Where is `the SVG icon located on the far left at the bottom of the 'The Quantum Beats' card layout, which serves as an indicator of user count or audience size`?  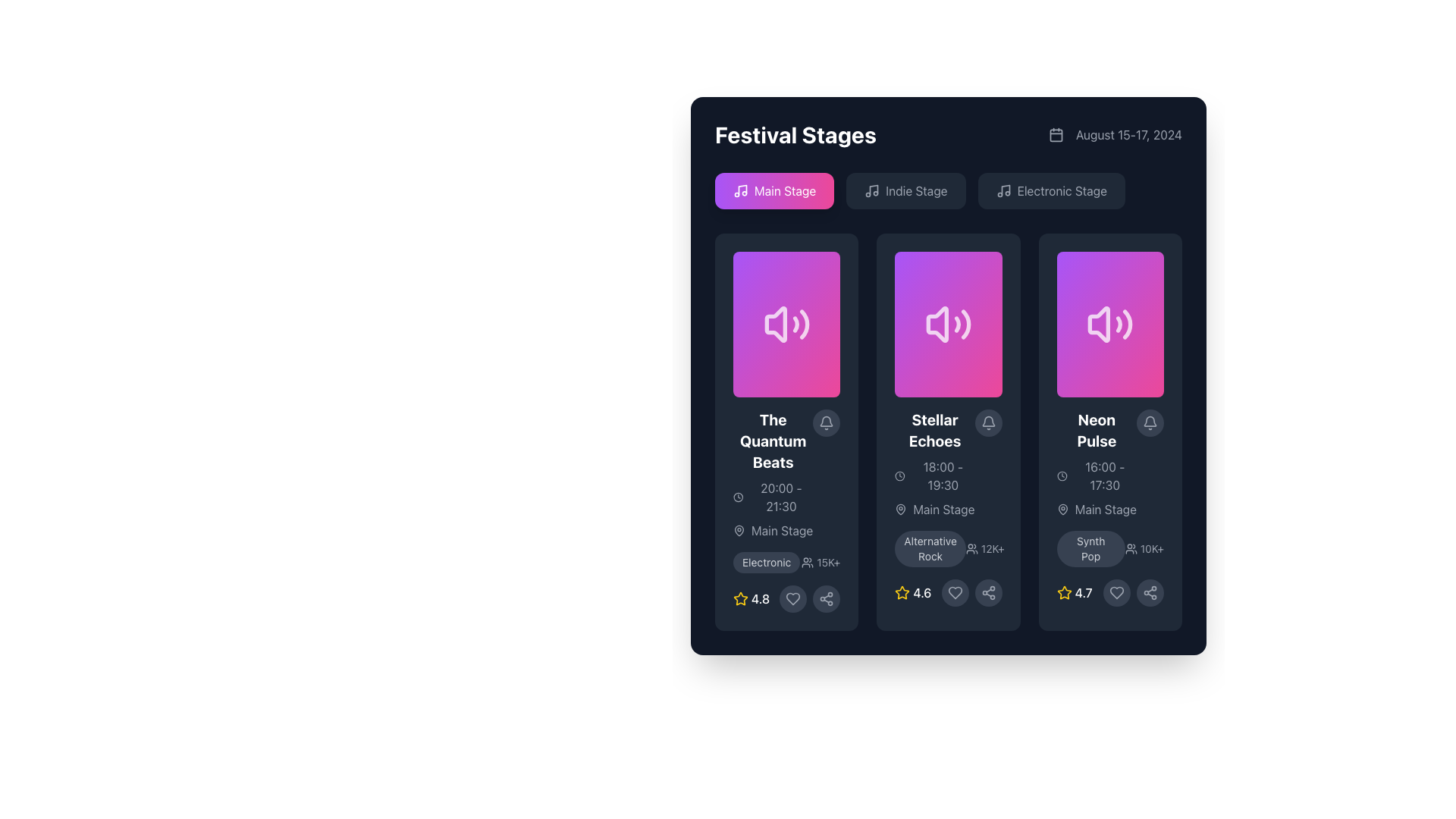
the SVG icon located on the far left at the bottom of the 'The Quantum Beats' card layout, which serves as an indicator of user count or audience size is located at coordinates (807, 562).